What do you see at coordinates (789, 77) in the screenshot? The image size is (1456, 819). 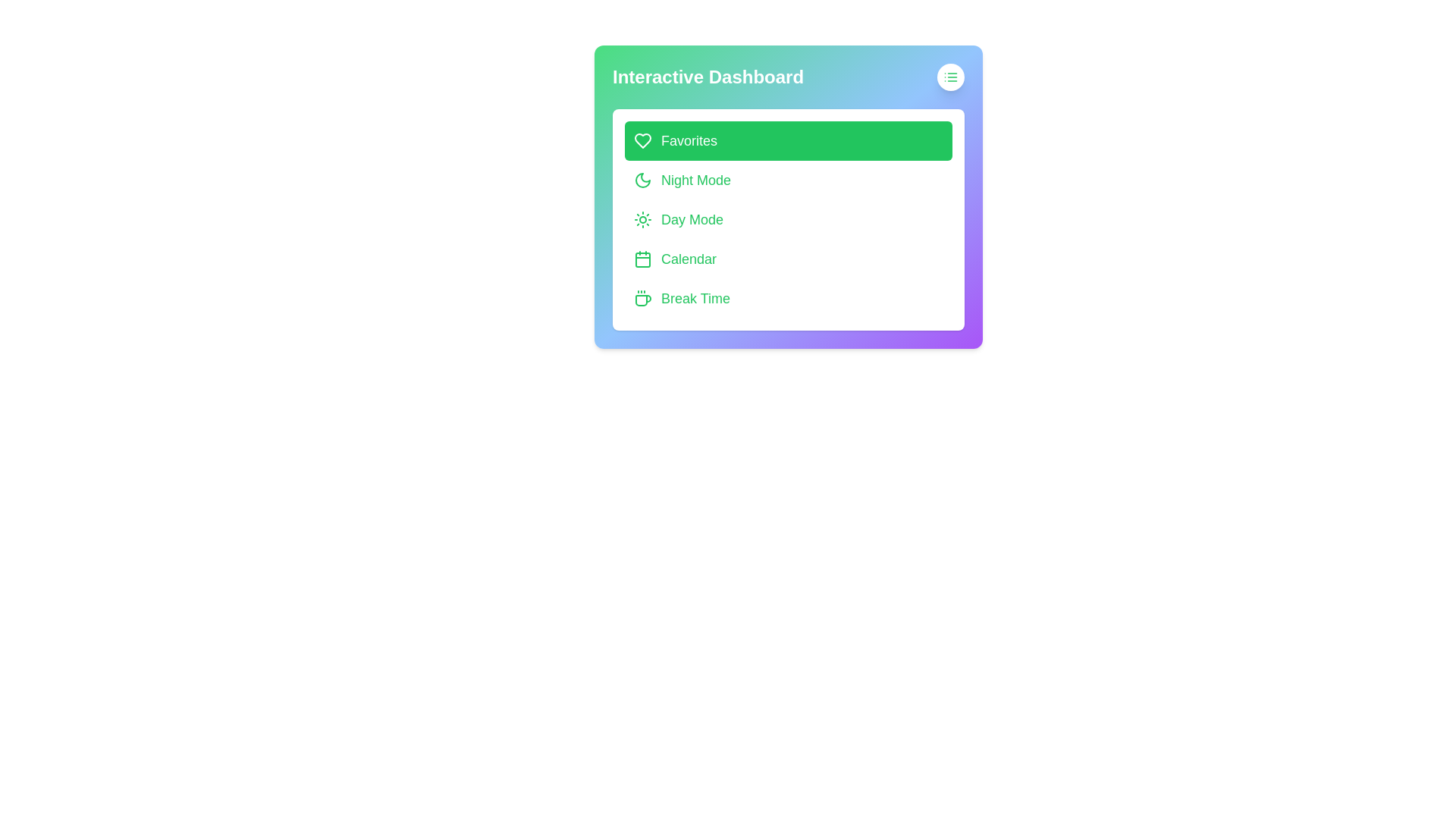 I see `the menu header text to highlight or focus on it` at bounding box center [789, 77].